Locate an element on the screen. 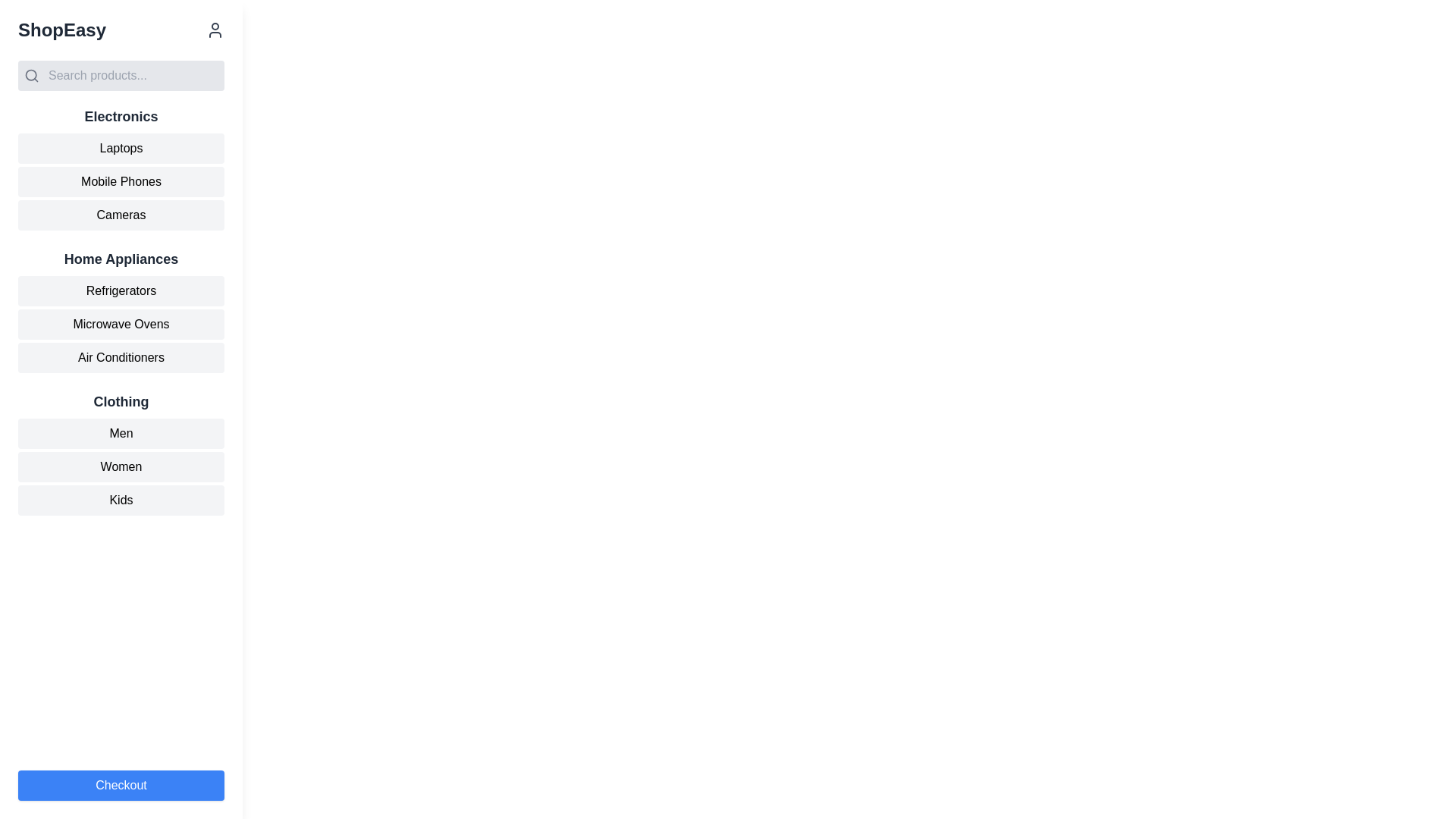 The image size is (1456, 819). the 'Microwave Ovens' menu item, which is the second item in the 'Home Appliances' section is located at coordinates (120, 324).